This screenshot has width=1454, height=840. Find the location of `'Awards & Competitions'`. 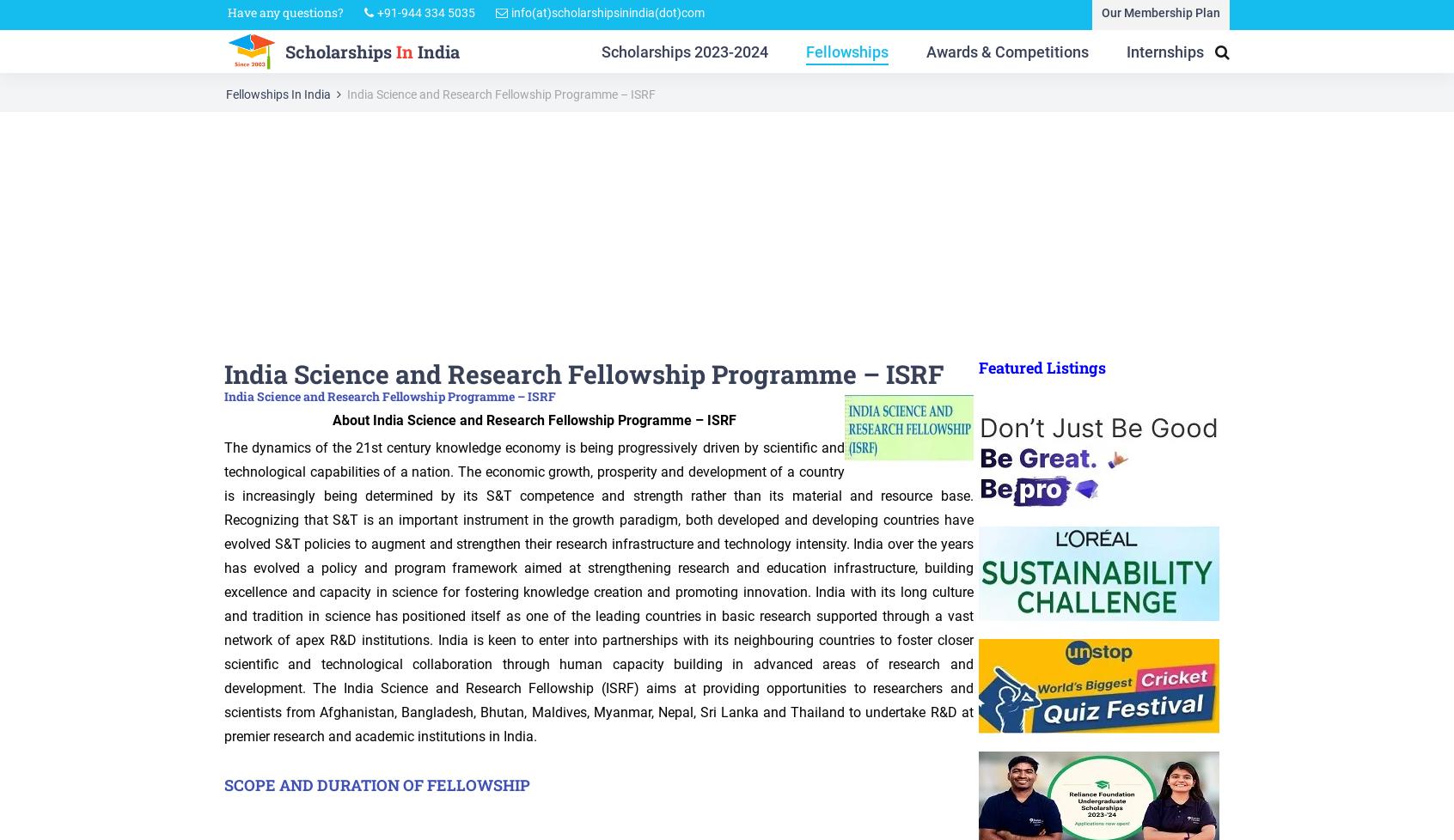

'Awards & Competitions' is located at coordinates (1006, 55).